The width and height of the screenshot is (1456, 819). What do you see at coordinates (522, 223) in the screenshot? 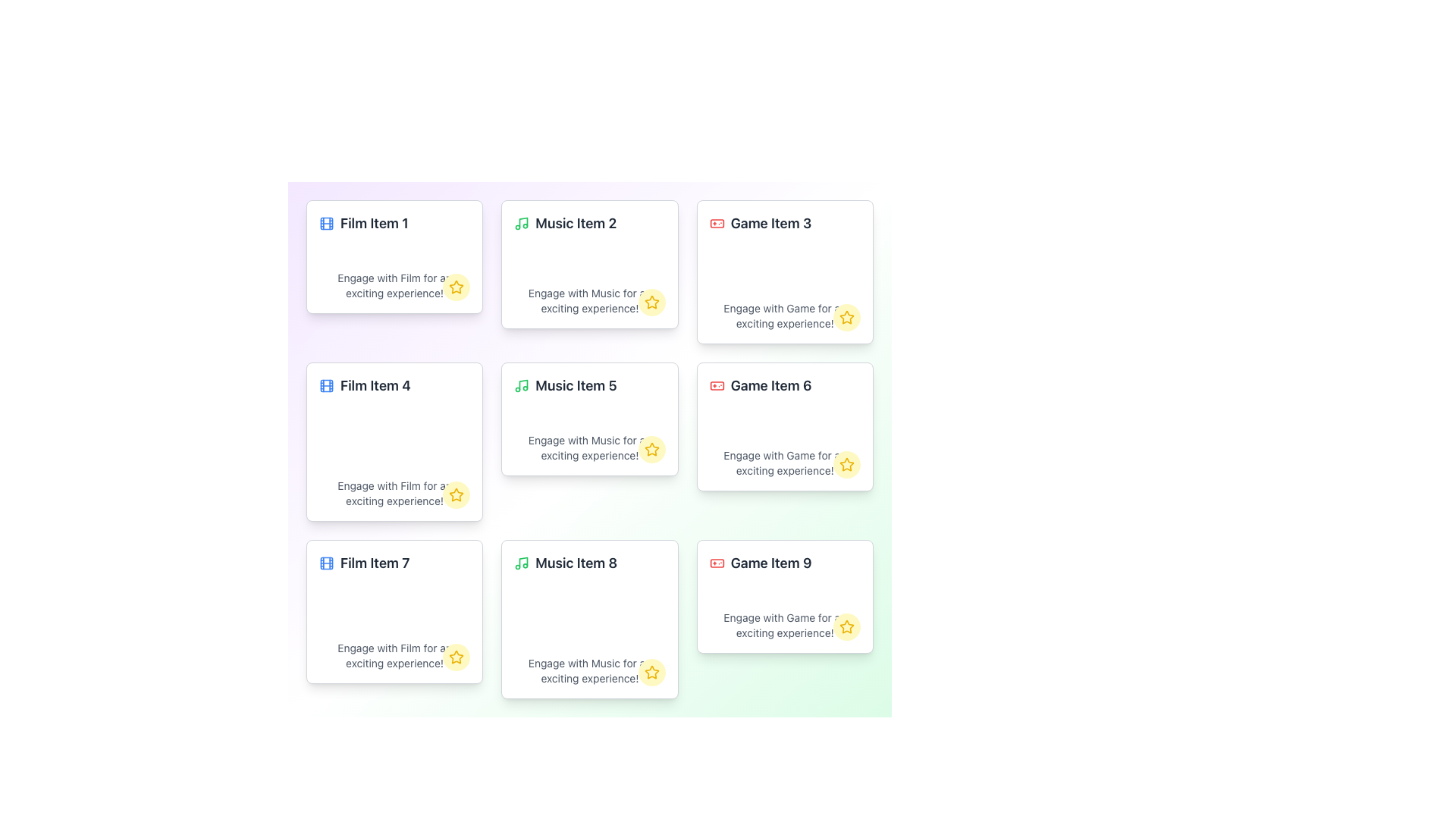
I see `the static decorative 'Music' icon located to the left of the 'Music Item 2' card title in the grid layout` at bounding box center [522, 223].